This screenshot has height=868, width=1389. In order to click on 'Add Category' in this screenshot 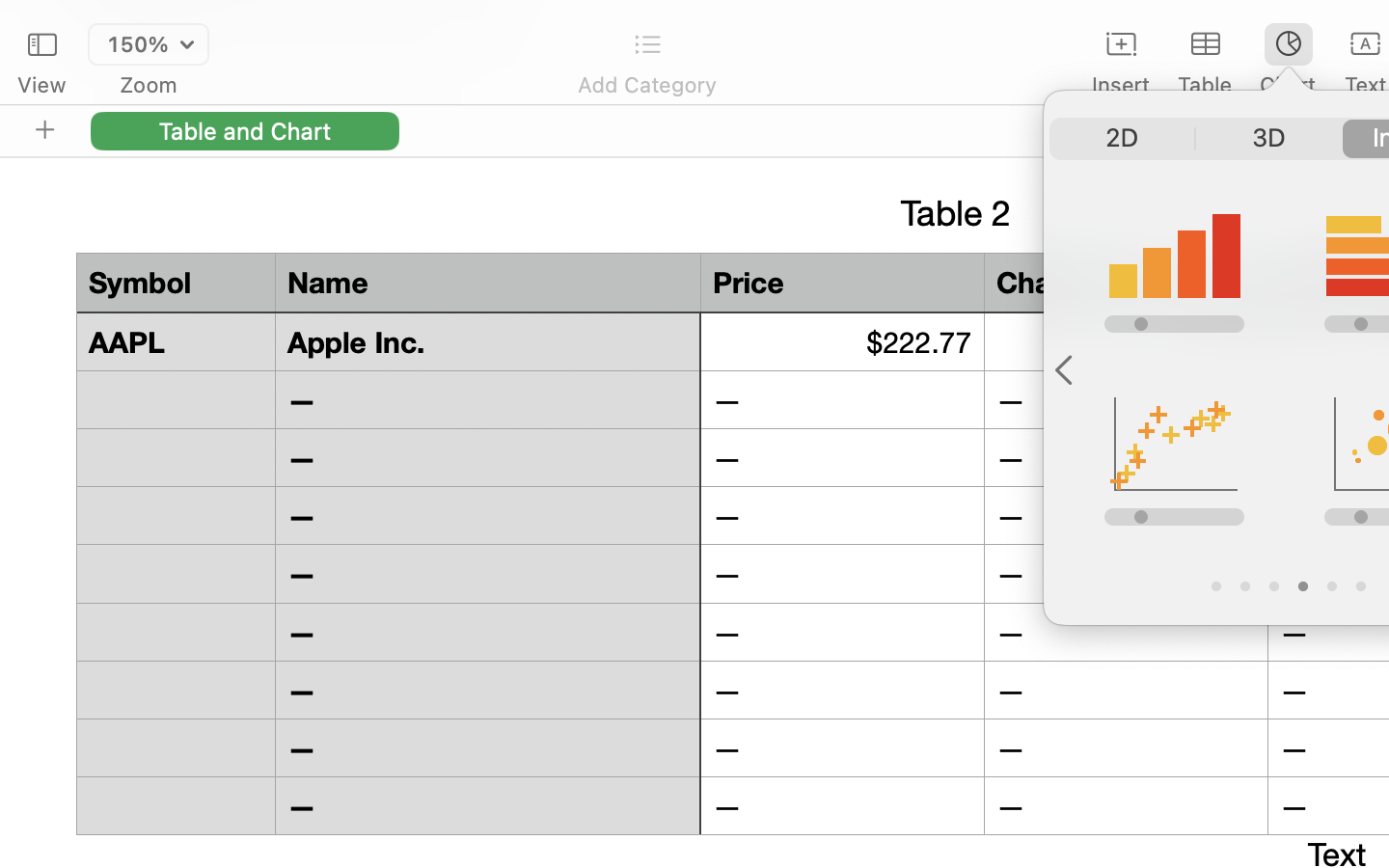, I will do `click(646, 84)`.